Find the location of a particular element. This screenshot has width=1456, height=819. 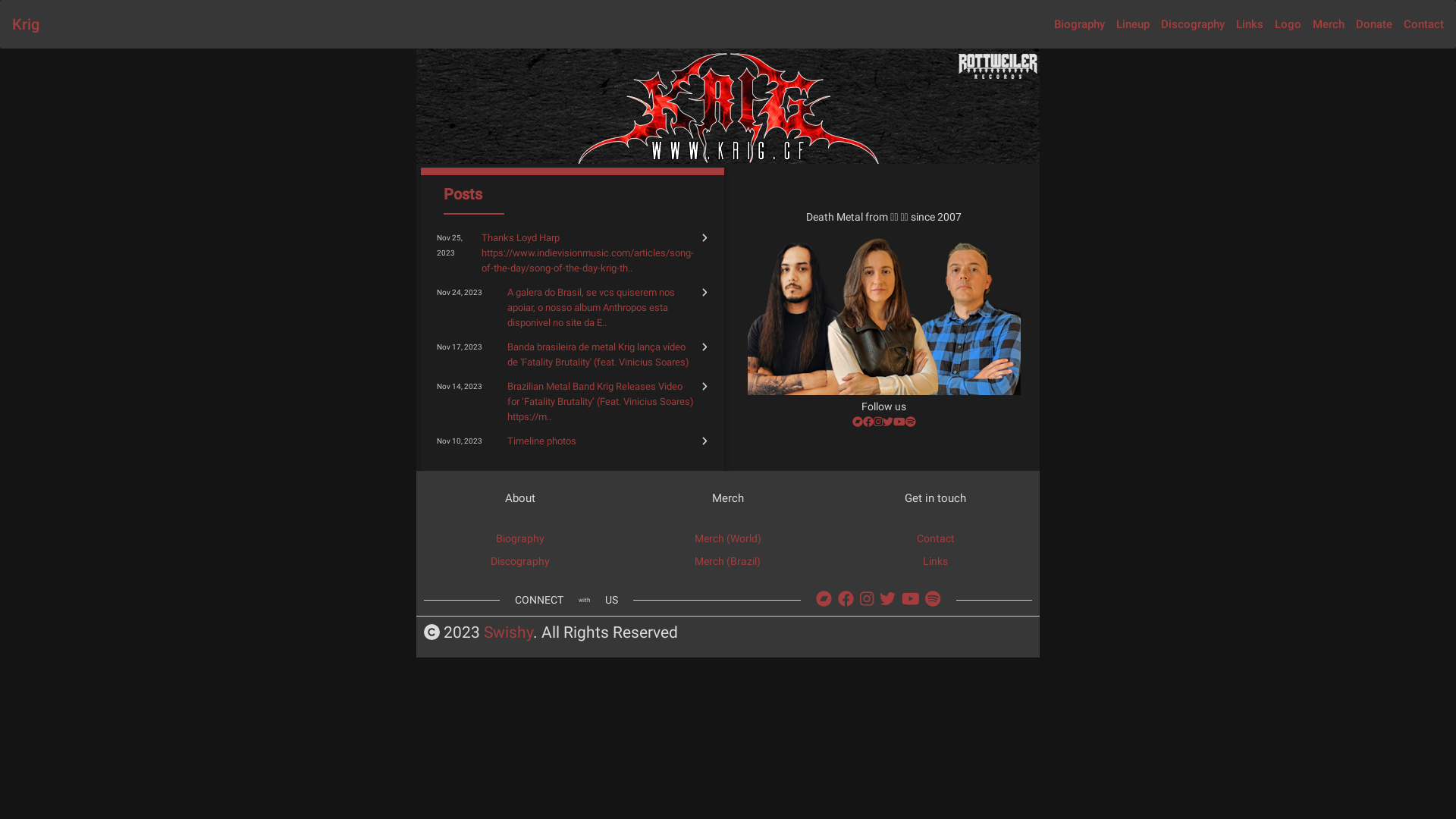

'Contact' is located at coordinates (934, 537).